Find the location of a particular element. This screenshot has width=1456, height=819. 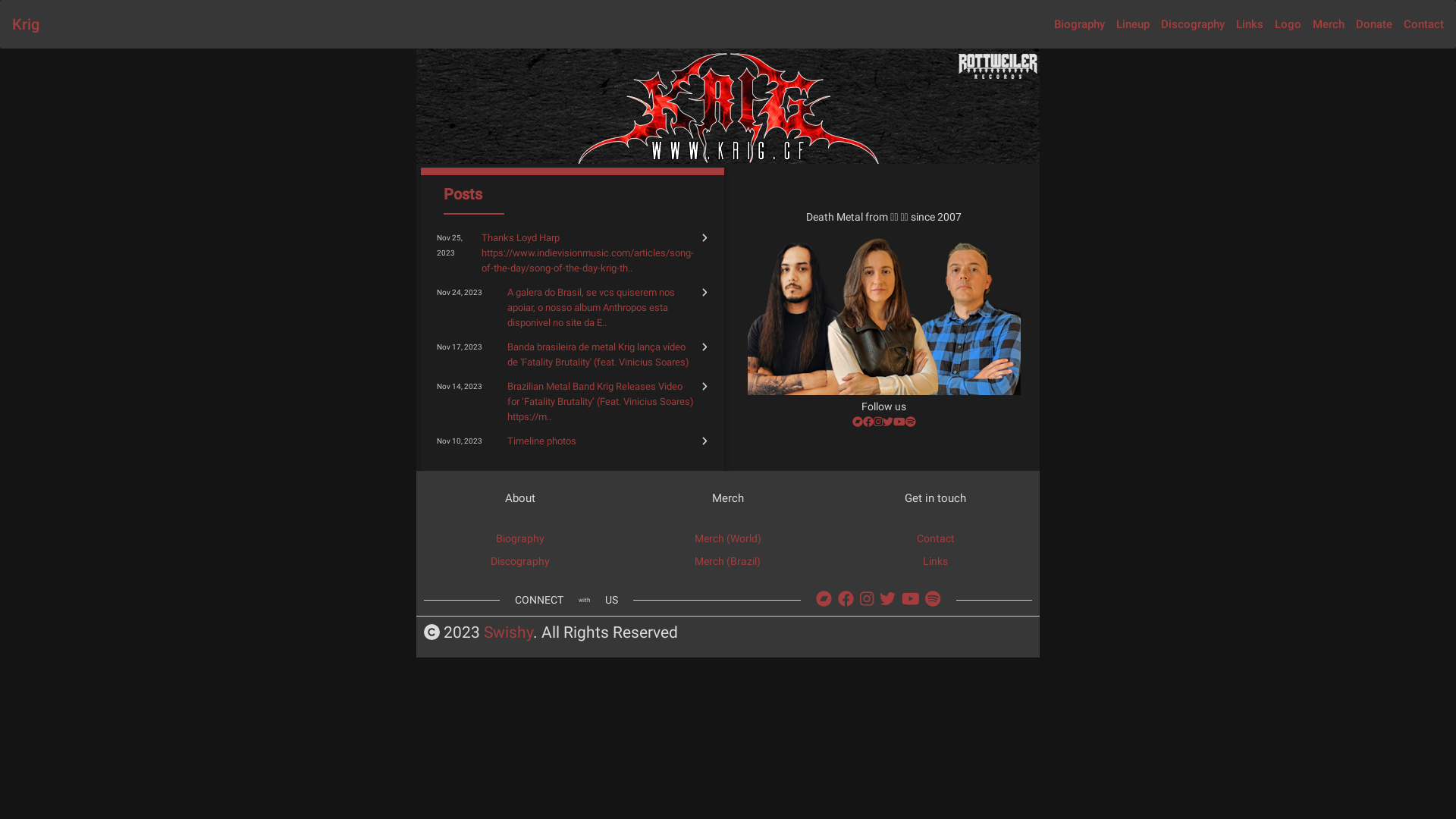

'Contact' is located at coordinates (934, 537).